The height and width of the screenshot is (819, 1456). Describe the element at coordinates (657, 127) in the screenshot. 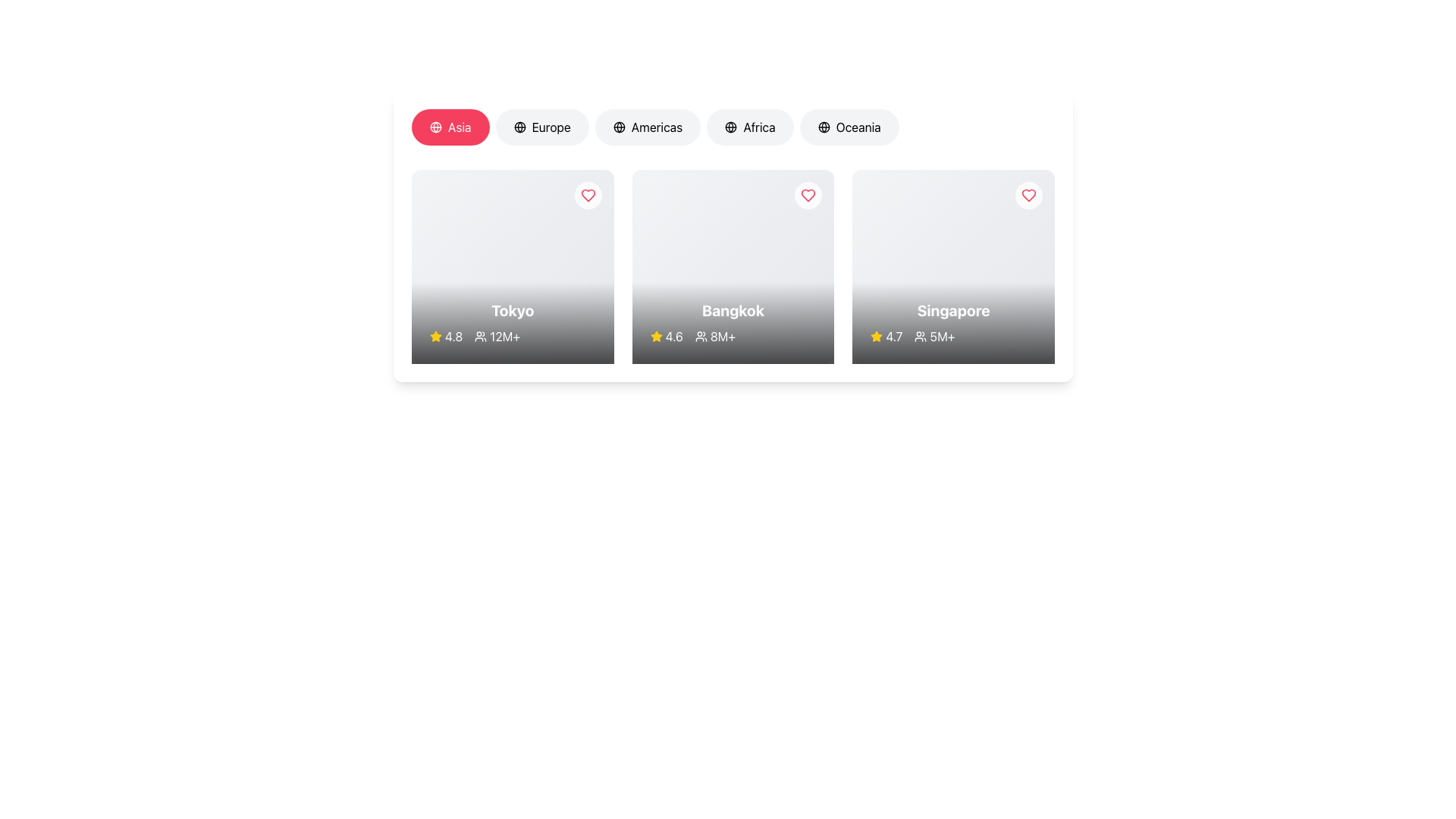

I see `the 'Americas' text label within the interactive region selector button` at that location.